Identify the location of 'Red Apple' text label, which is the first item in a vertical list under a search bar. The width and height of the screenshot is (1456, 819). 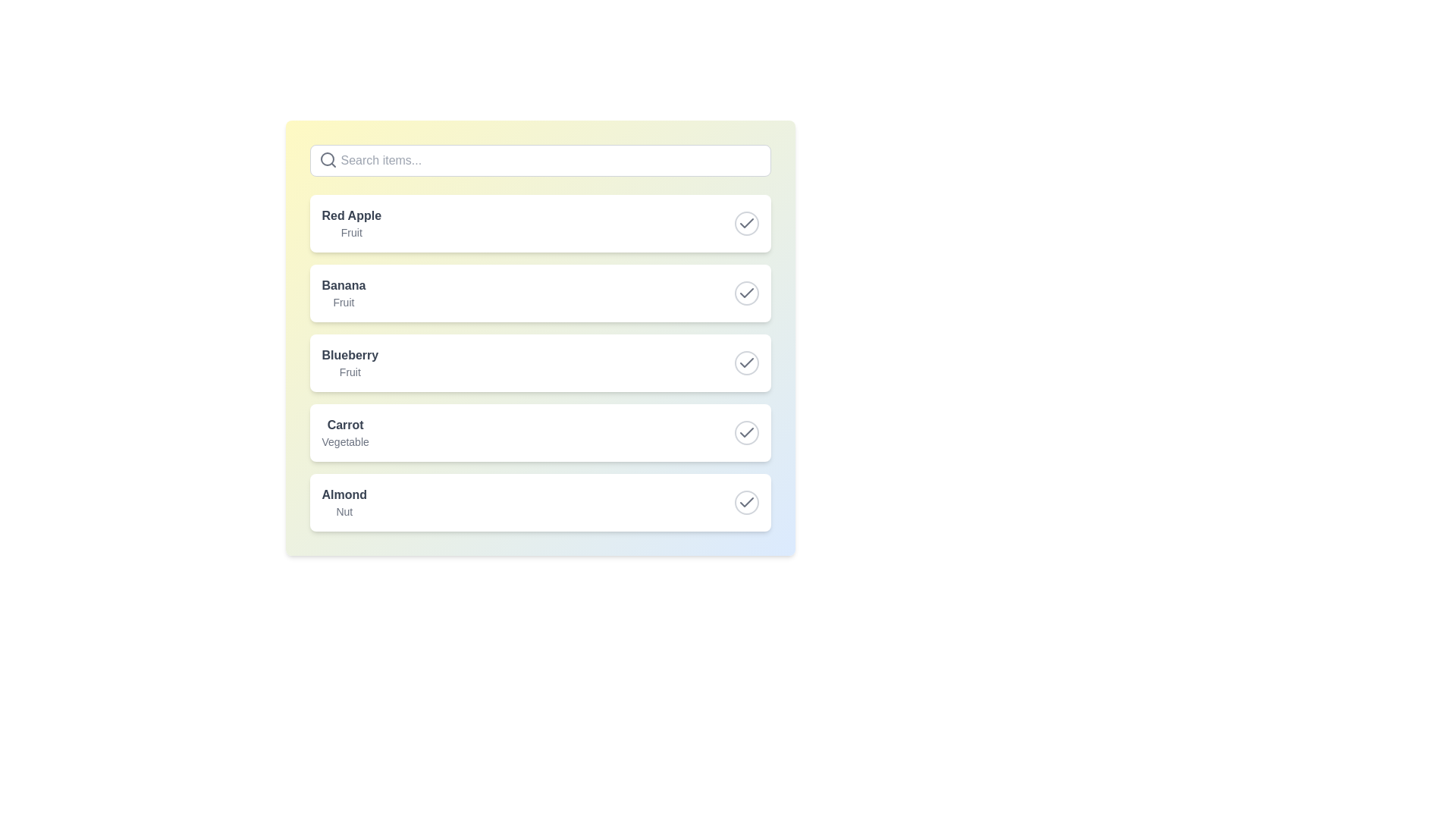
(350, 216).